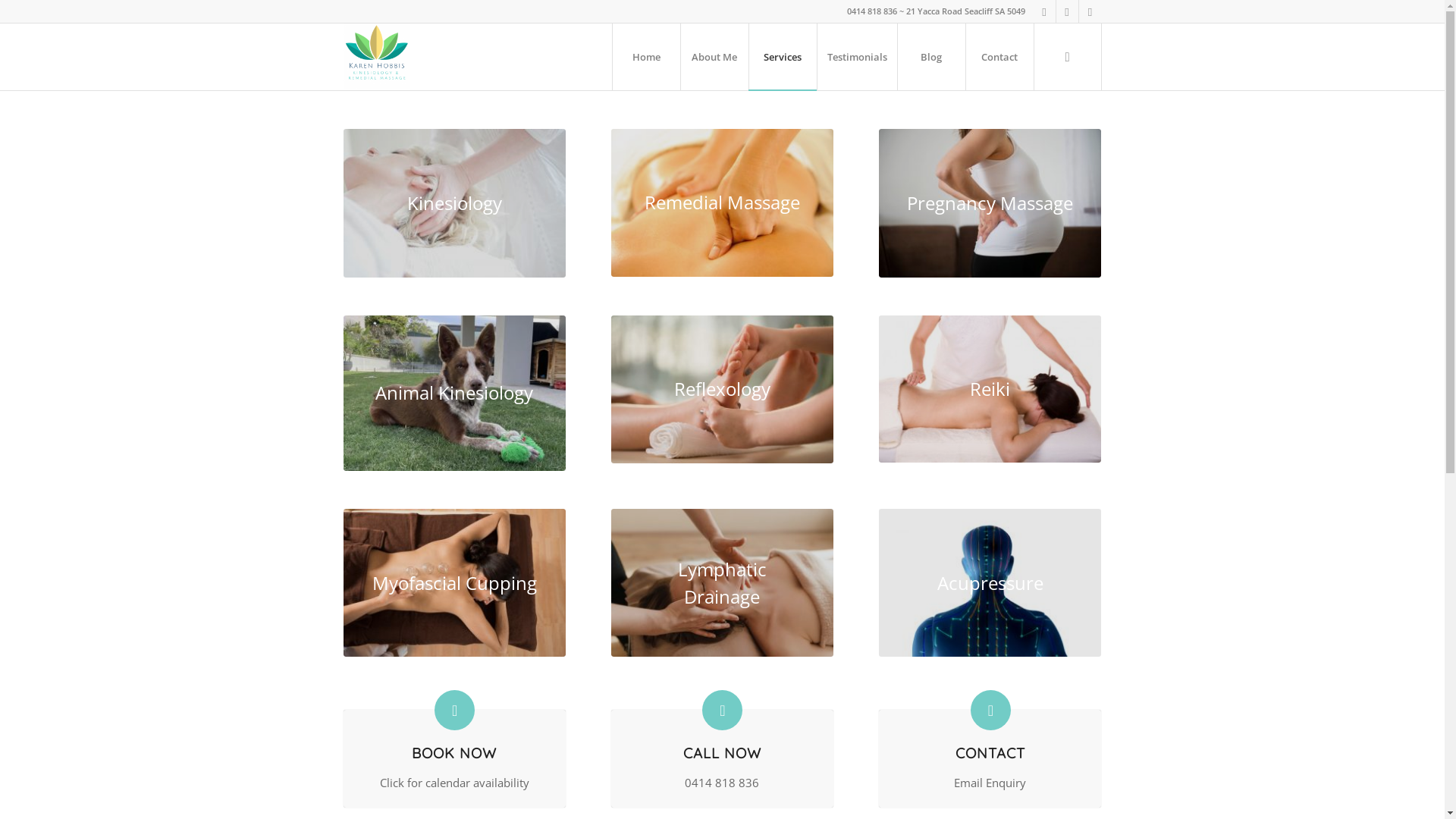 The height and width of the screenshot is (819, 1456). What do you see at coordinates (990, 202) in the screenshot?
I see `'Pregnancy Massage'` at bounding box center [990, 202].